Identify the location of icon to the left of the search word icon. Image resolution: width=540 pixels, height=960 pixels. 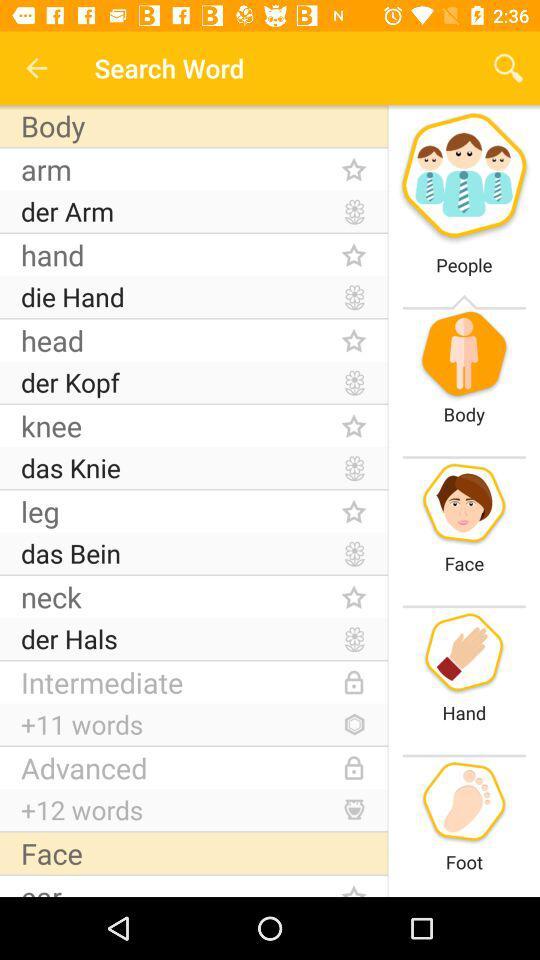
(36, 68).